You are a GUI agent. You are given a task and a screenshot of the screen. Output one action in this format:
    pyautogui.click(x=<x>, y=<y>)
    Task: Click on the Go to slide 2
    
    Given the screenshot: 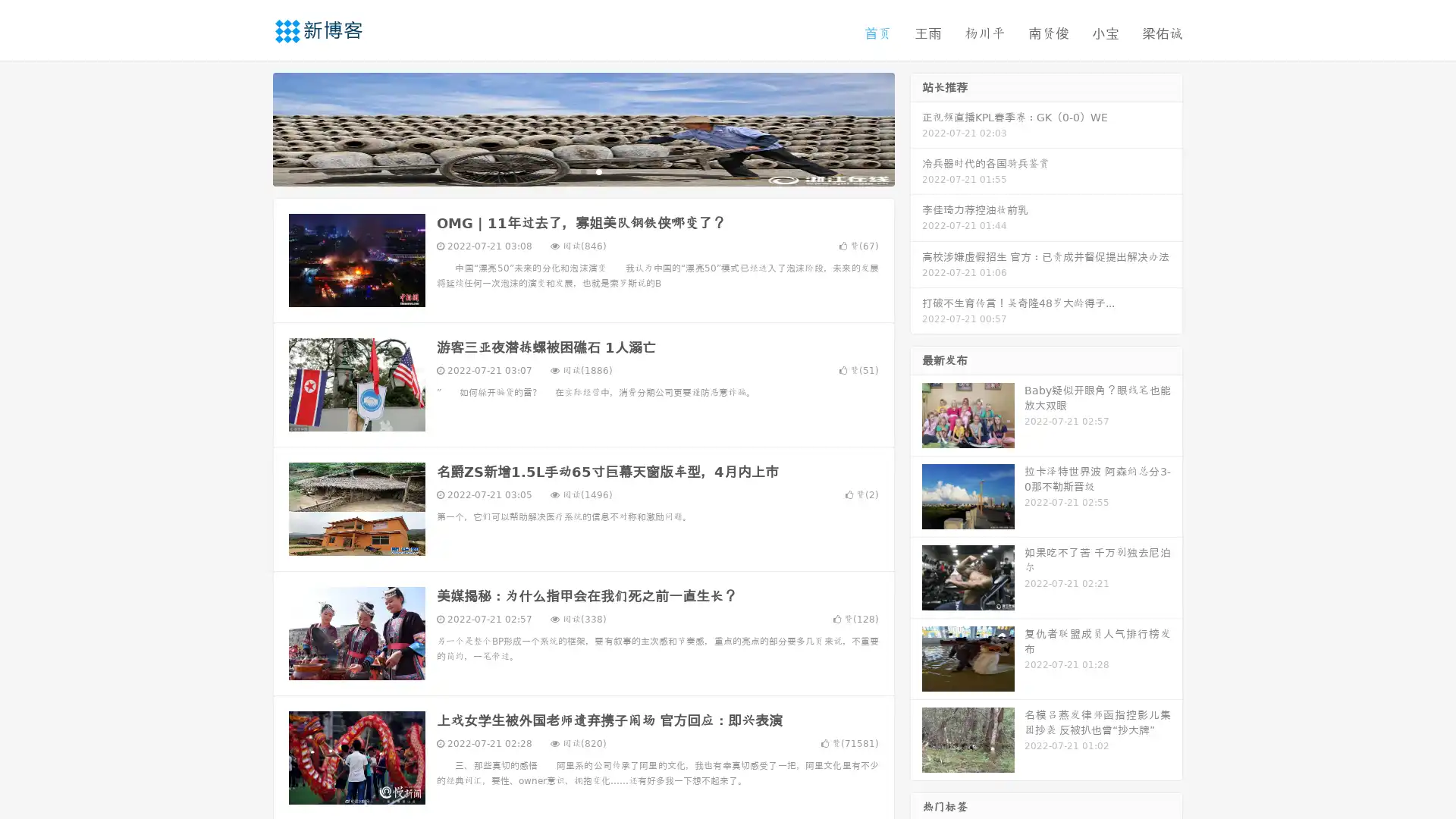 What is the action you would take?
    pyautogui.click(x=582, y=171)
    